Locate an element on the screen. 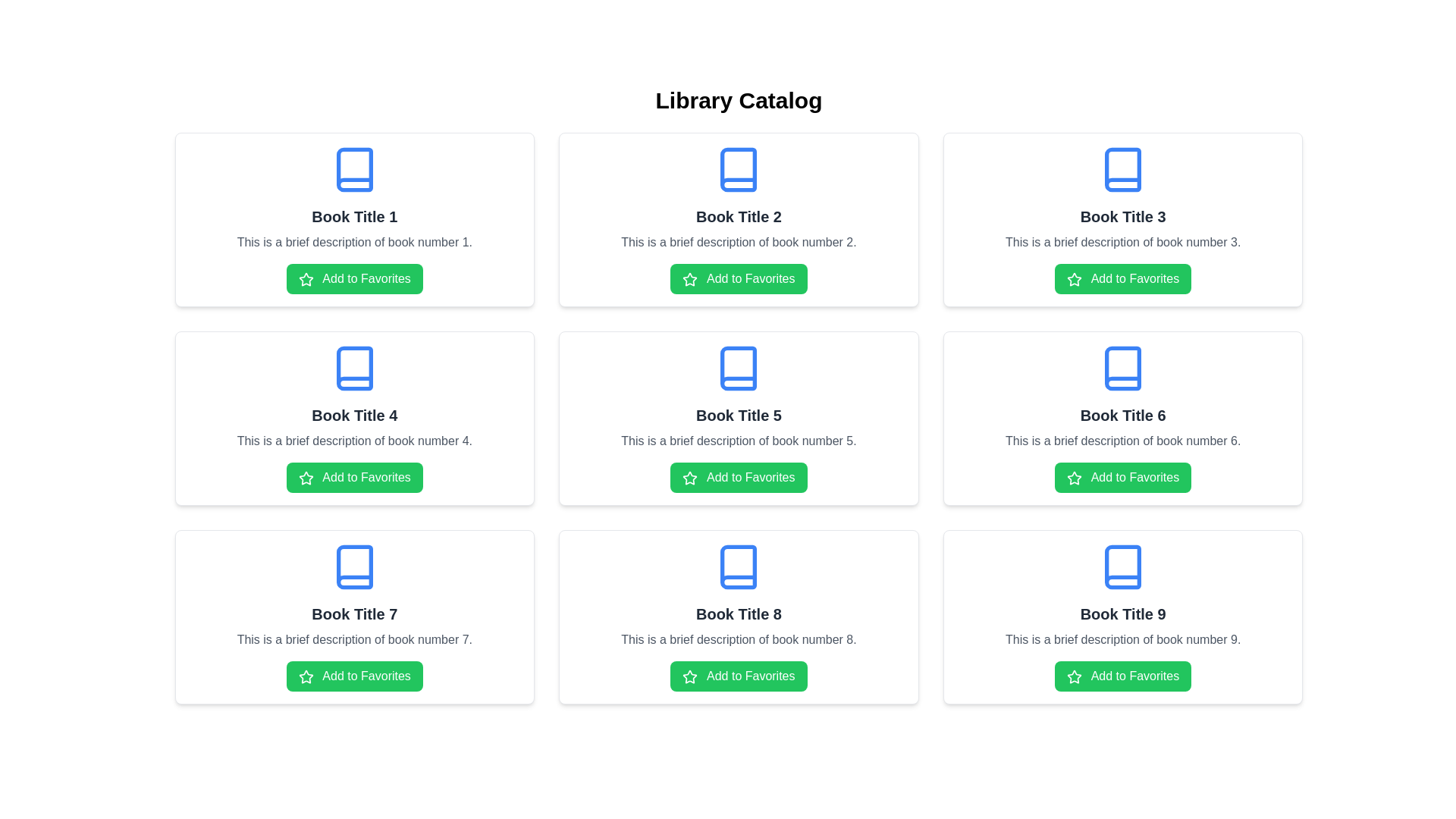 This screenshot has width=1456, height=819. the Decorative Icon Component, which is a blue book-like icon located in the card titled 'Book Title 2' in the second column of the first row within a 3x3 grid layout of books is located at coordinates (739, 169).